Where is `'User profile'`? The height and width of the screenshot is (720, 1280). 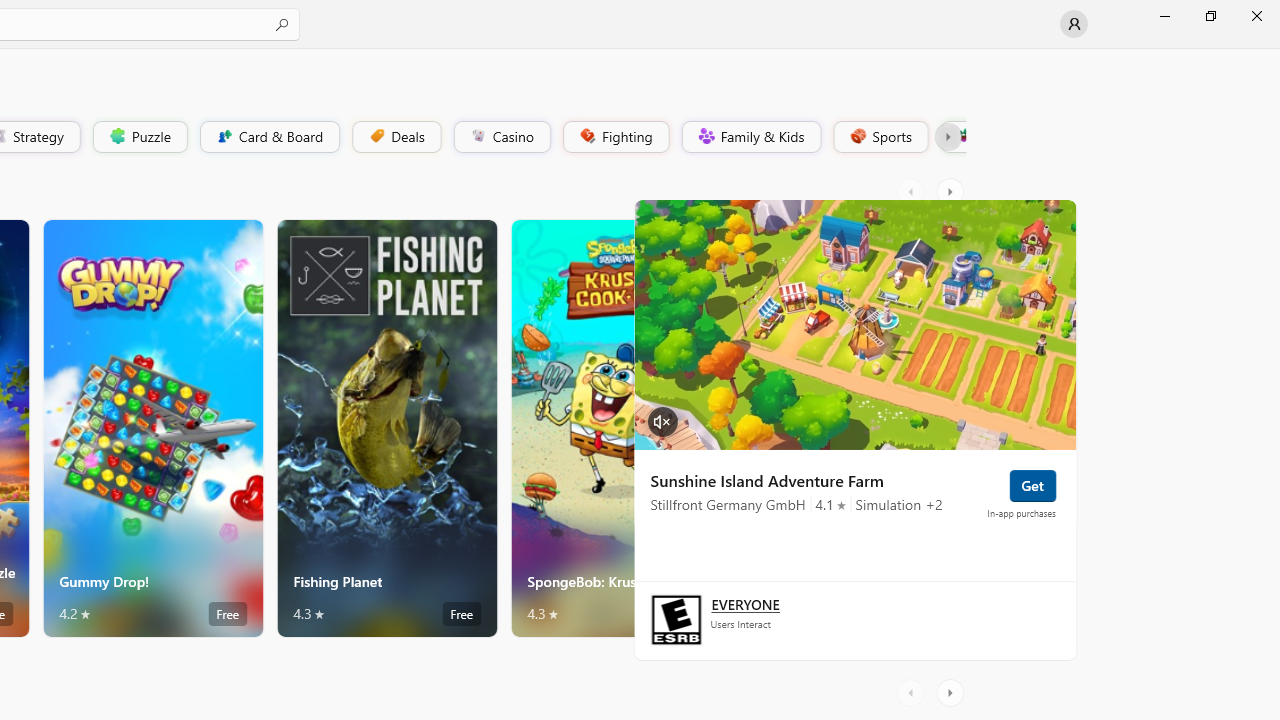
'User profile' is located at coordinates (1072, 24).